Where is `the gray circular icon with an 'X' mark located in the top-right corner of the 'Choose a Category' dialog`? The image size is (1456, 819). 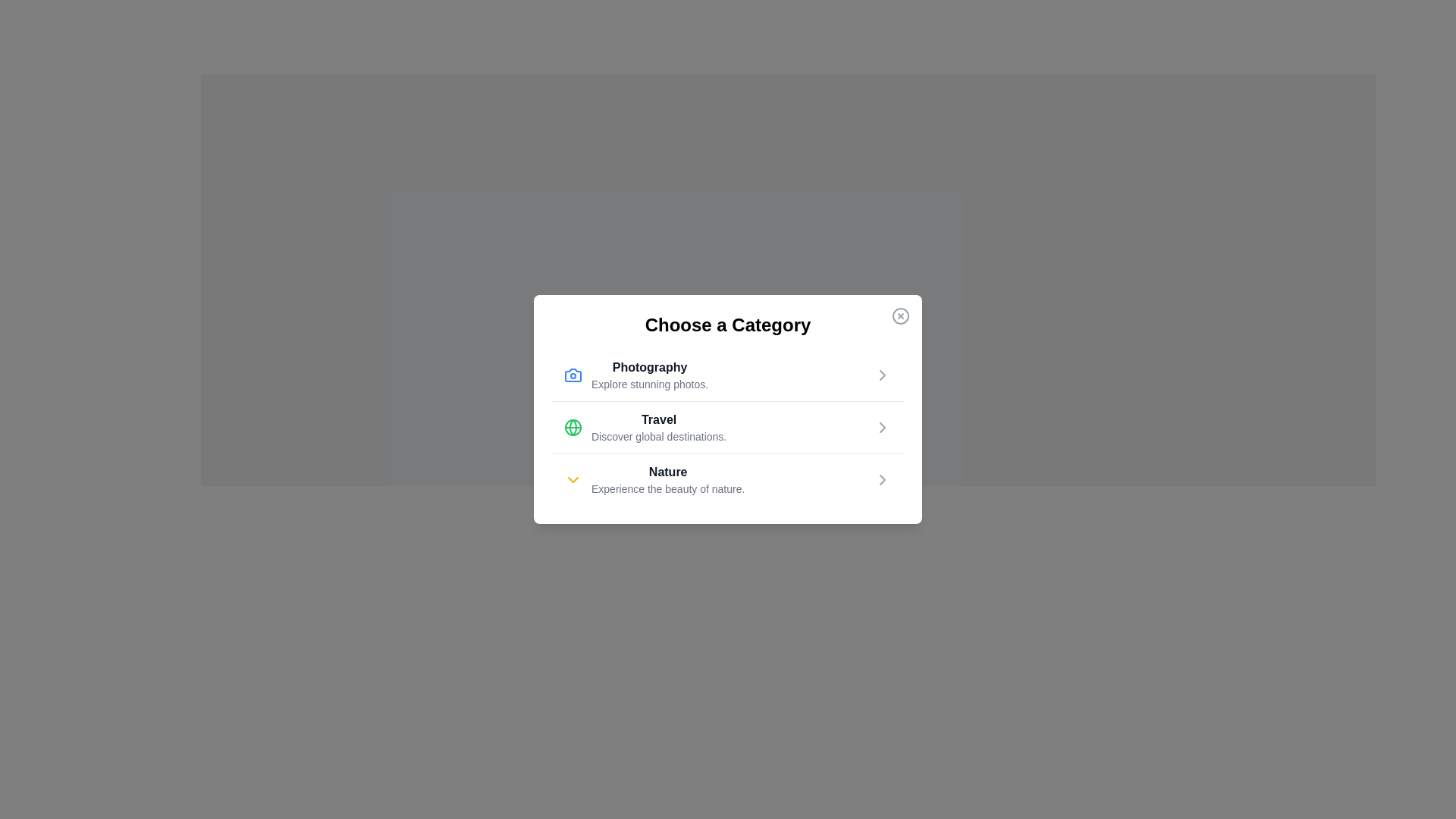
the gray circular icon with an 'X' mark located in the top-right corner of the 'Choose a Category' dialog is located at coordinates (901, 315).